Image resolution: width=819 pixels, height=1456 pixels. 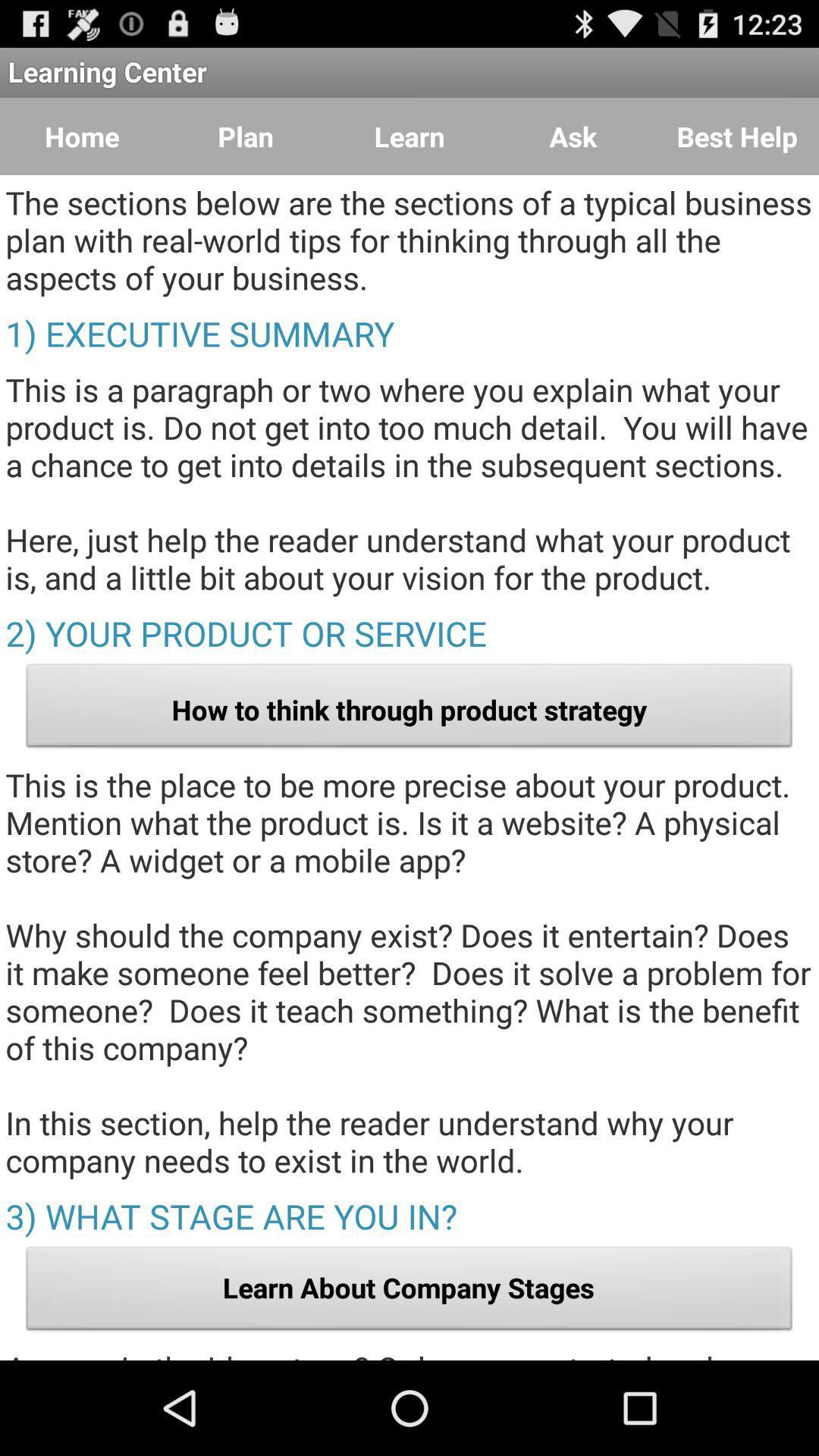 I want to click on the icon below the learning center app, so click(x=573, y=136).